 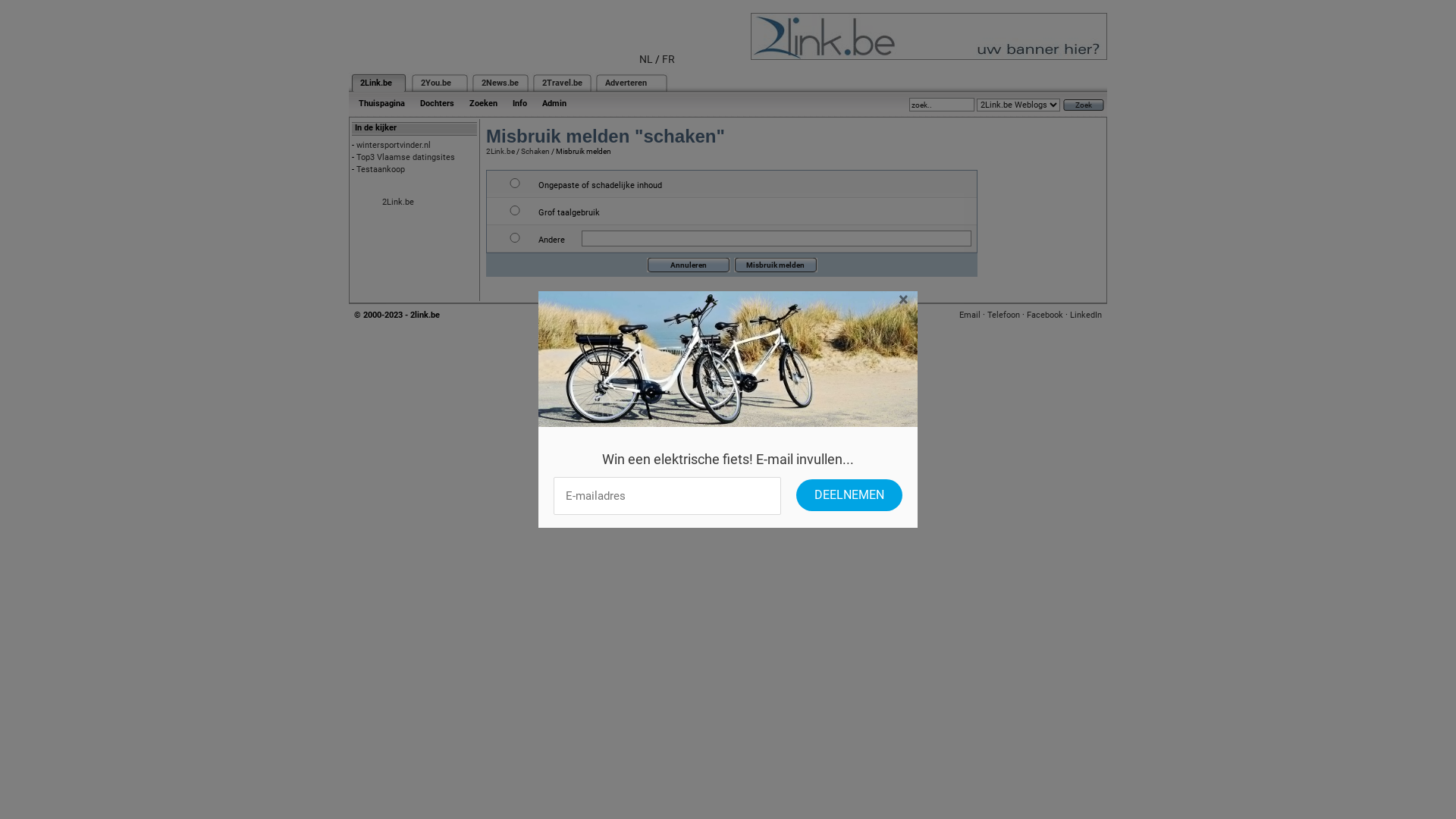 What do you see at coordinates (393, 145) in the screenshot?
I see `'wintersportvinder.nl'` at bounding box center [393, 145].